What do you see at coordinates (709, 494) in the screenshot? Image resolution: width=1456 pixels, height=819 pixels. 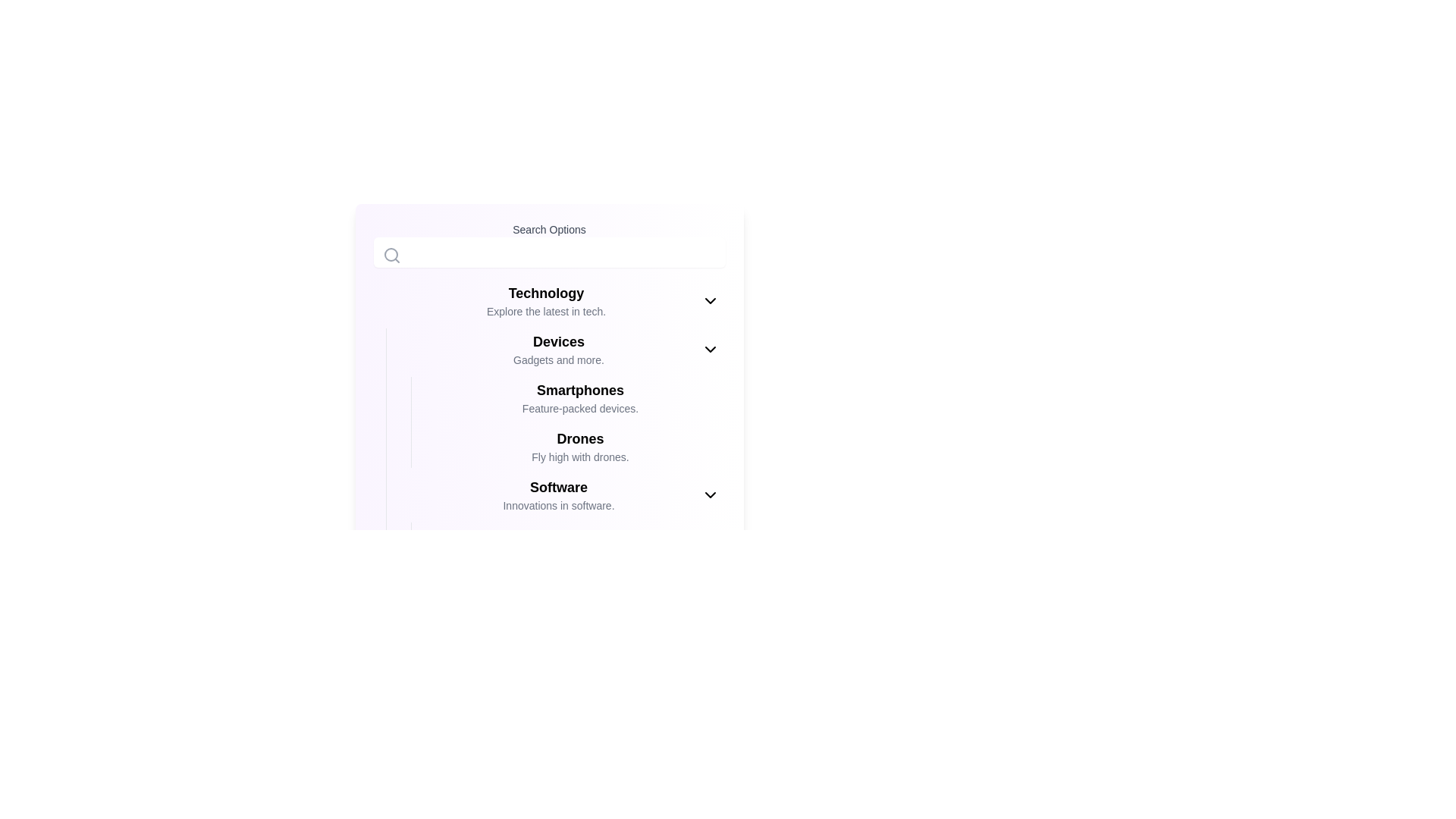 I see `the downward-facing chevron icon on the right end of the 'Software Innovations in software.' row` at bounding box center [709, 494].